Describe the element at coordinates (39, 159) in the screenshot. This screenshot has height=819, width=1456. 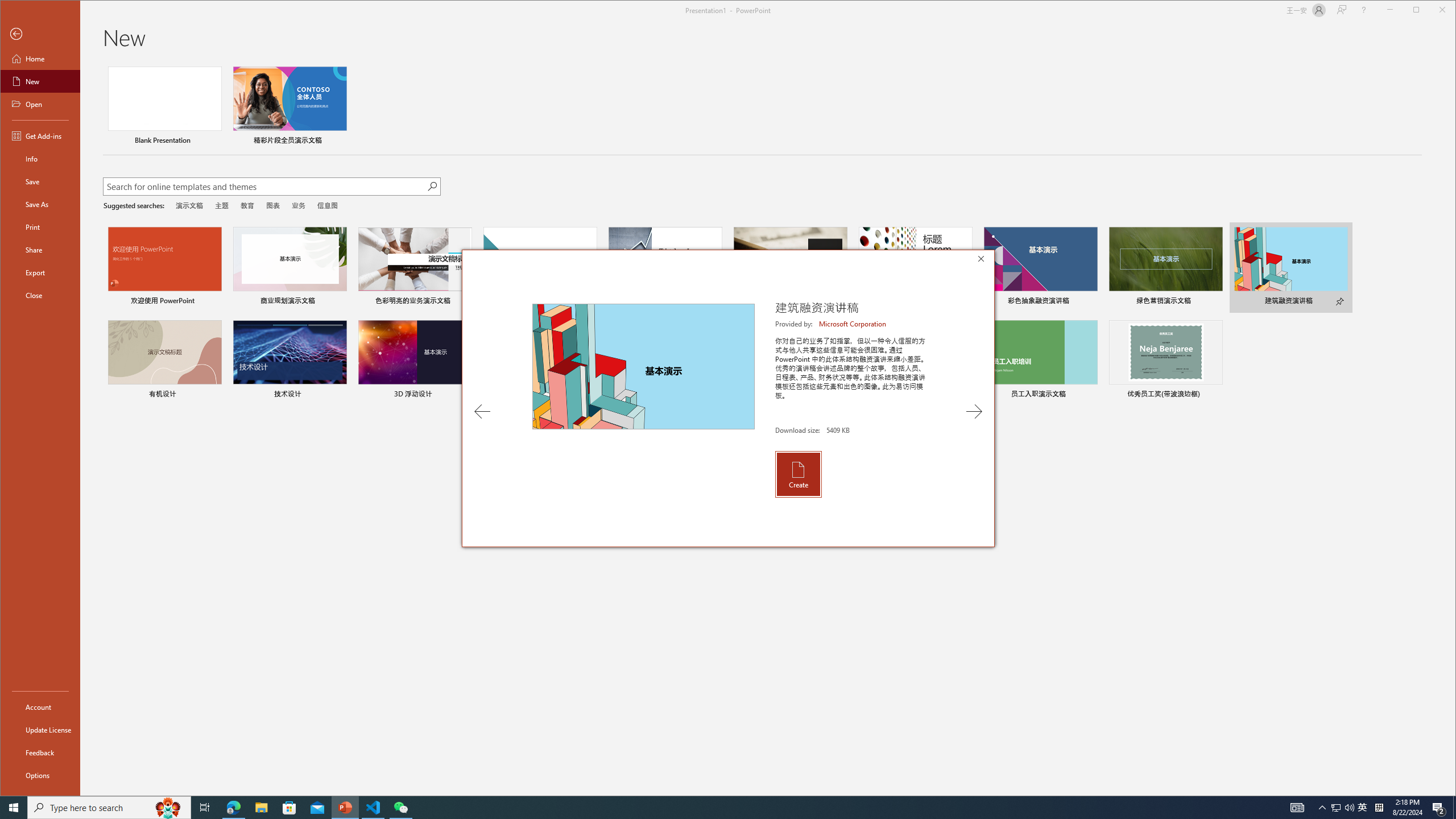
I see `'Info'` at that location.